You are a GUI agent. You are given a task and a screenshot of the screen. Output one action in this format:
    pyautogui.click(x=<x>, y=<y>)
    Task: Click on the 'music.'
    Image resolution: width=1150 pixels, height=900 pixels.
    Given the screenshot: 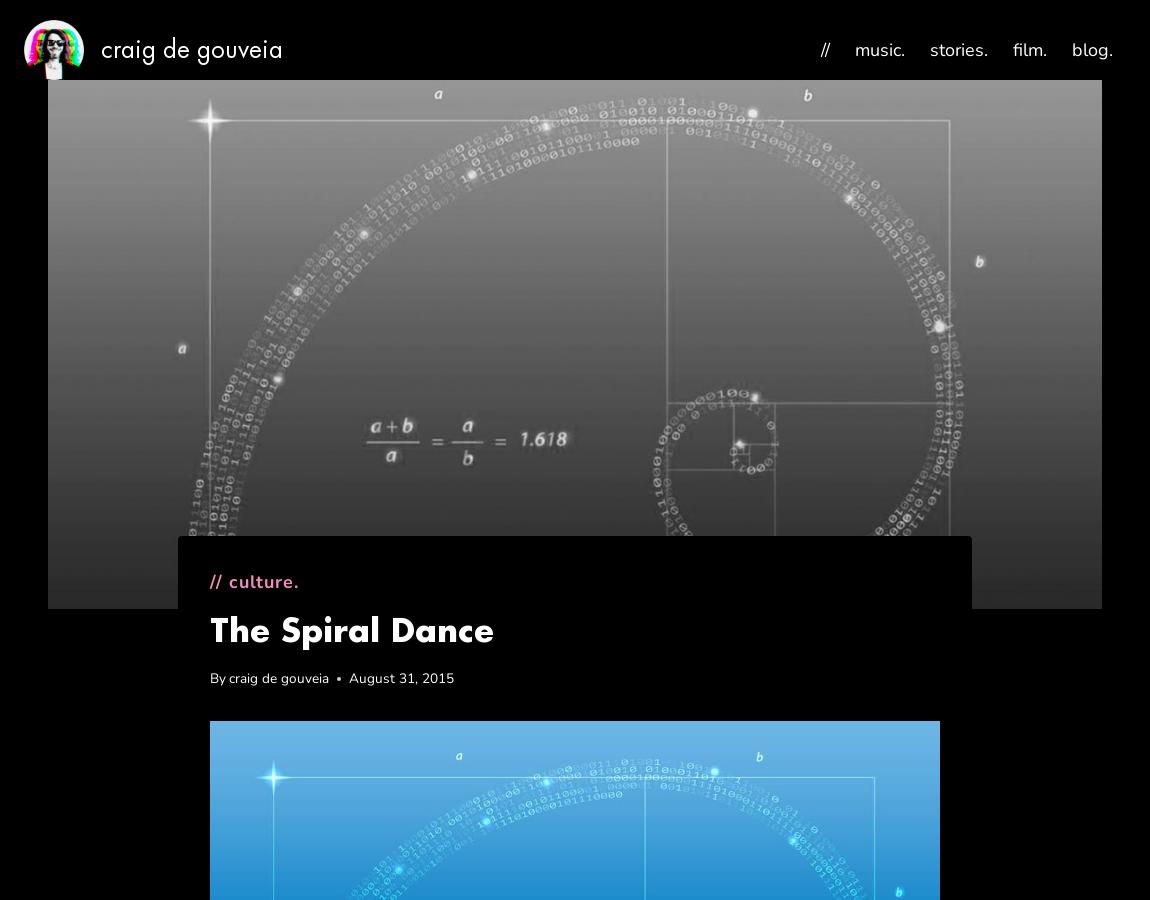 What is the action you would take?
    pyautogui.click(x=878, y=47)
    